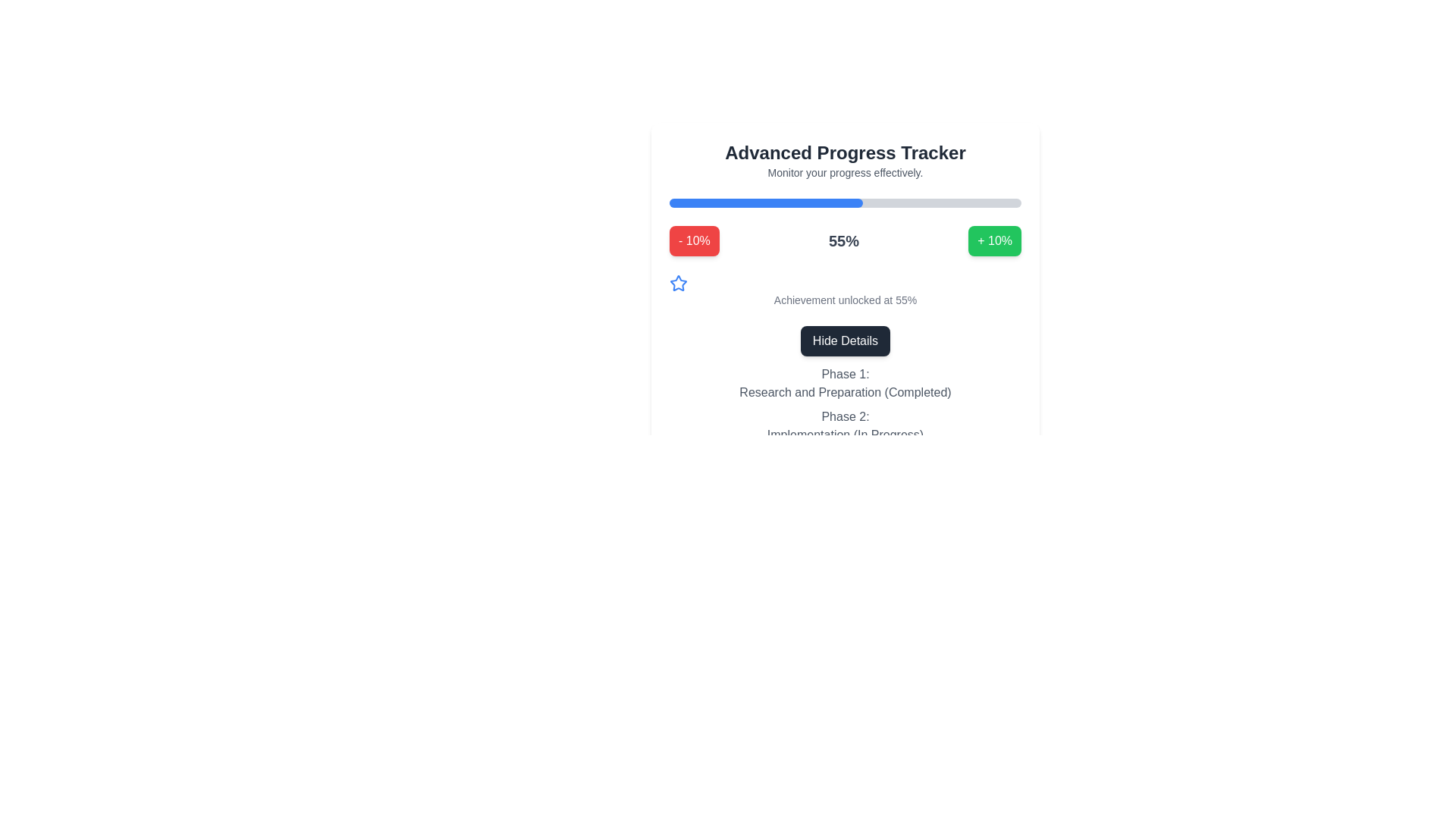  I want to click on the heading element located at the top center of the interface, which serves as the title of the page or section, so click(844, 152).